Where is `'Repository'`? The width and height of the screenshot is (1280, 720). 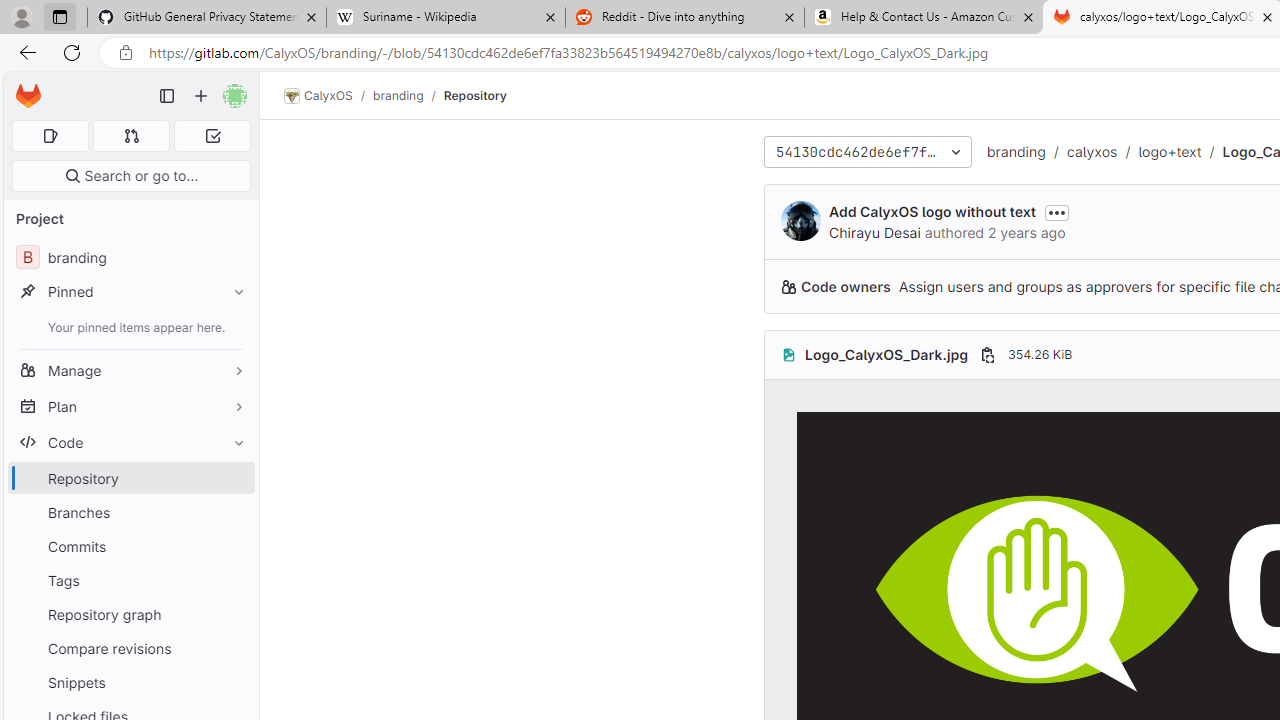 'Repository' is located at coordinates (473, 95).